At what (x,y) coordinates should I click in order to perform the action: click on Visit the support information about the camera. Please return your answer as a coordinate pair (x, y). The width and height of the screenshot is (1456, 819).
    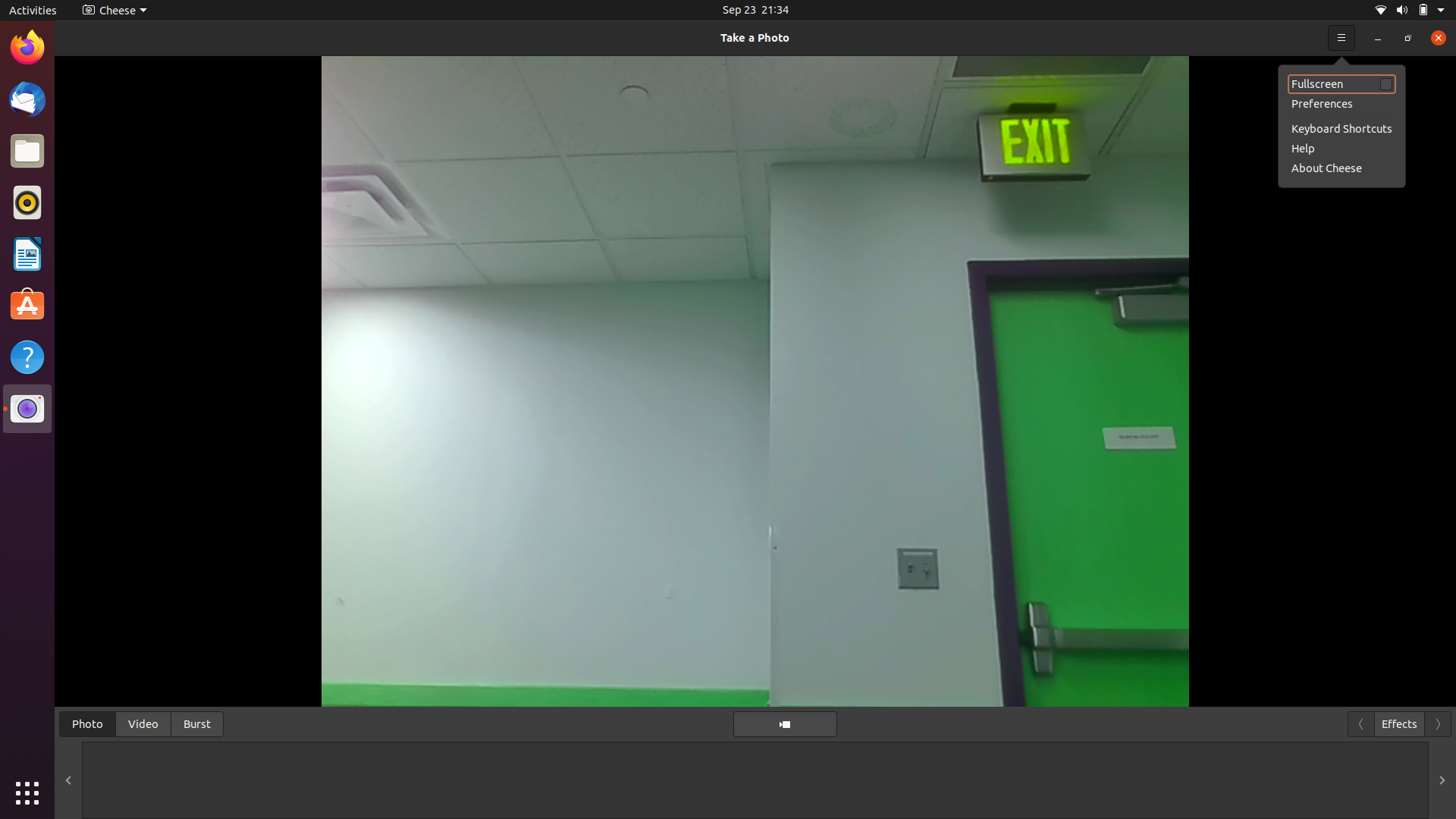
    Looking at the image, I should click on (1341, 36).